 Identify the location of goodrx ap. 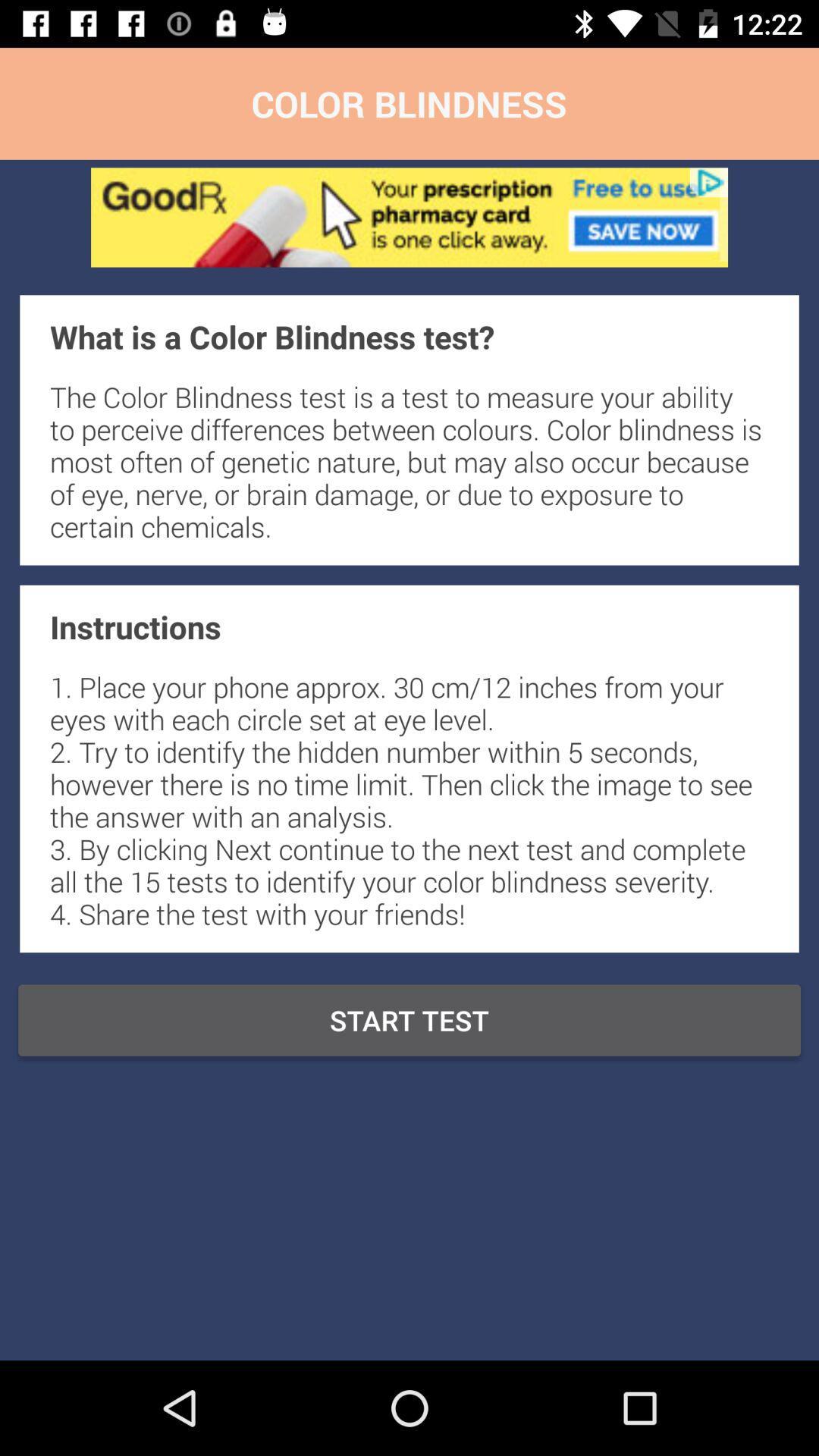
(409, 216).